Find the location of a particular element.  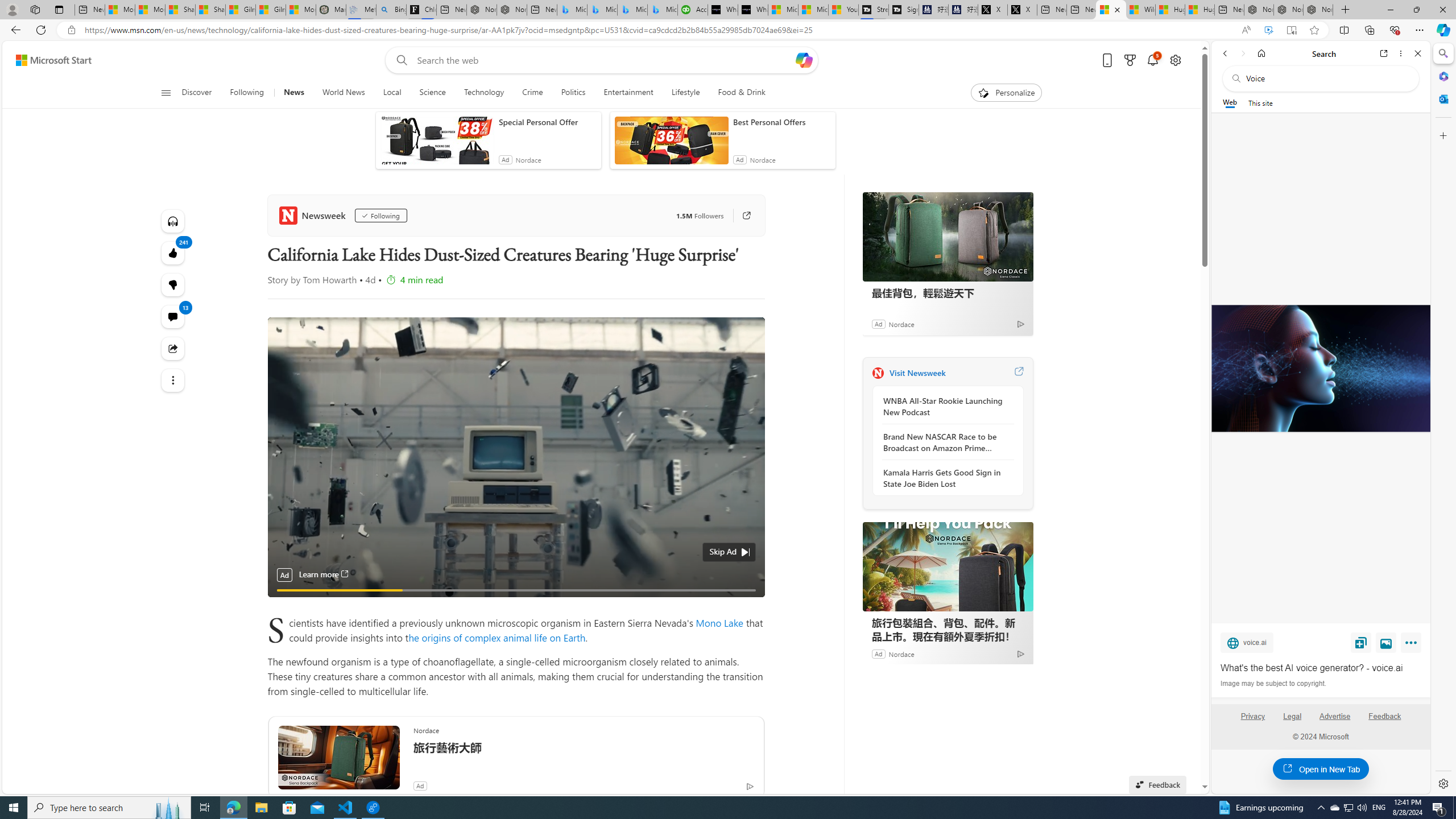

'Special Personal Offer' is located at coordinates (547, 122).